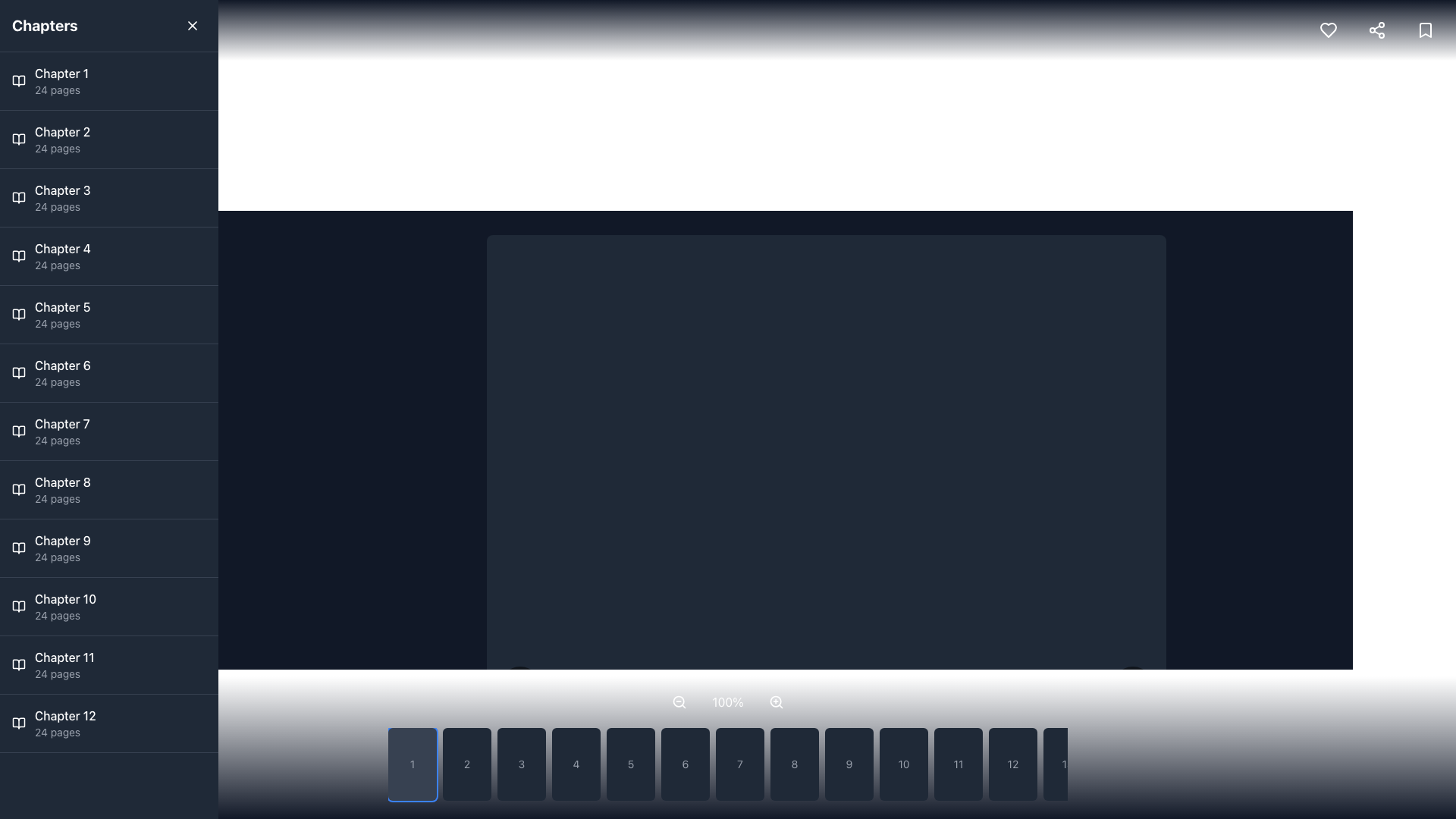  What do you see at coordinates (61, 189) in the screenshot?
I see `the 'Chapter 3' text label, which is the third item in a vertical list of chapters, displayed in white on a dark blue background` at bounding box center [61, 189].